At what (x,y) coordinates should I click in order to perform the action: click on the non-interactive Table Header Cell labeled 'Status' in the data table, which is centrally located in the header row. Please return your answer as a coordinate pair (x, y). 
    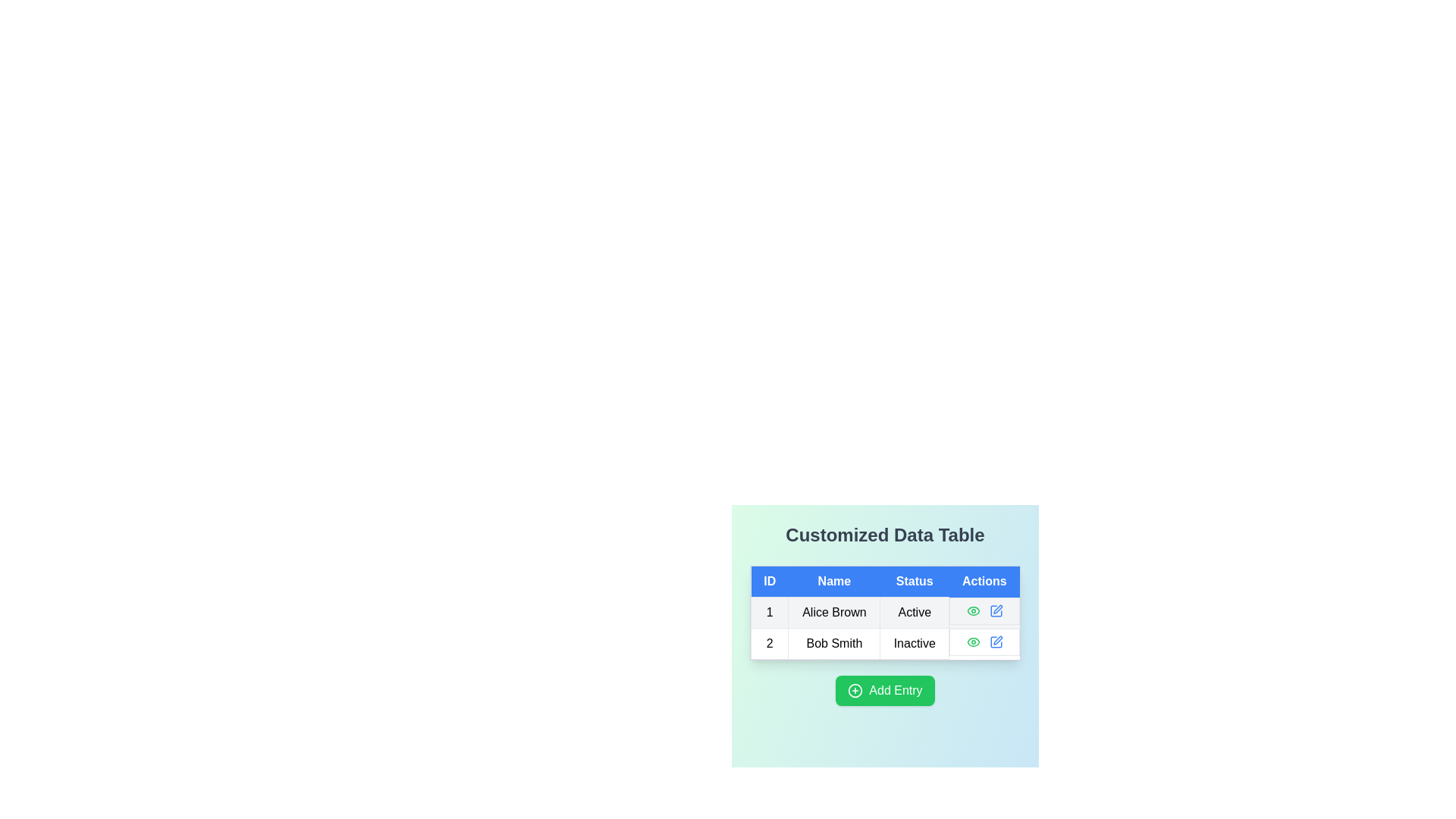
    Looking at the image, I should click on (914, 581).